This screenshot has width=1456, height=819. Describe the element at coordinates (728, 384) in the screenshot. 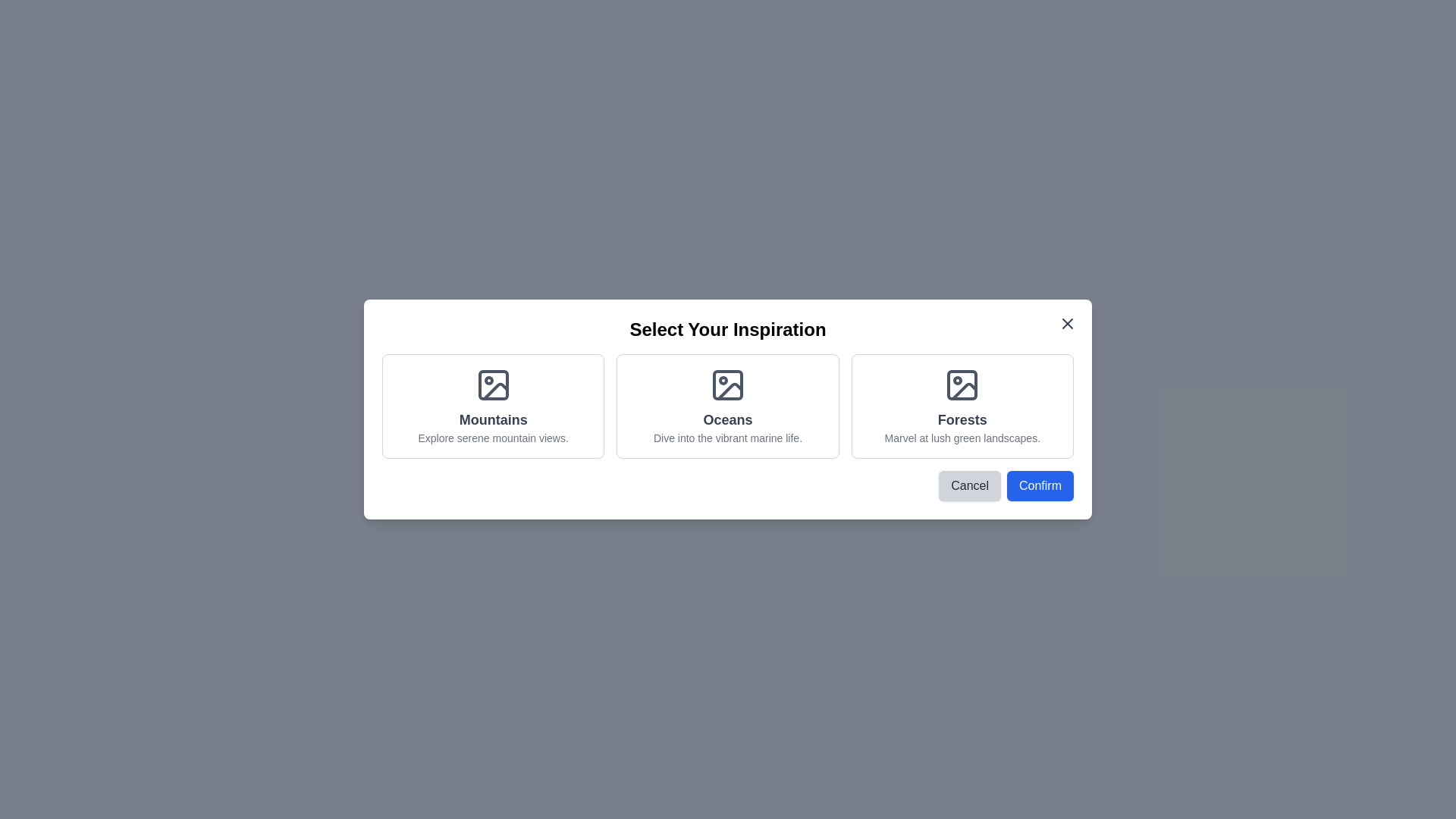

I see `the icon representing the 'Oceans' category, which is centered within the 'Oceans' card in a dialog box` at that location.